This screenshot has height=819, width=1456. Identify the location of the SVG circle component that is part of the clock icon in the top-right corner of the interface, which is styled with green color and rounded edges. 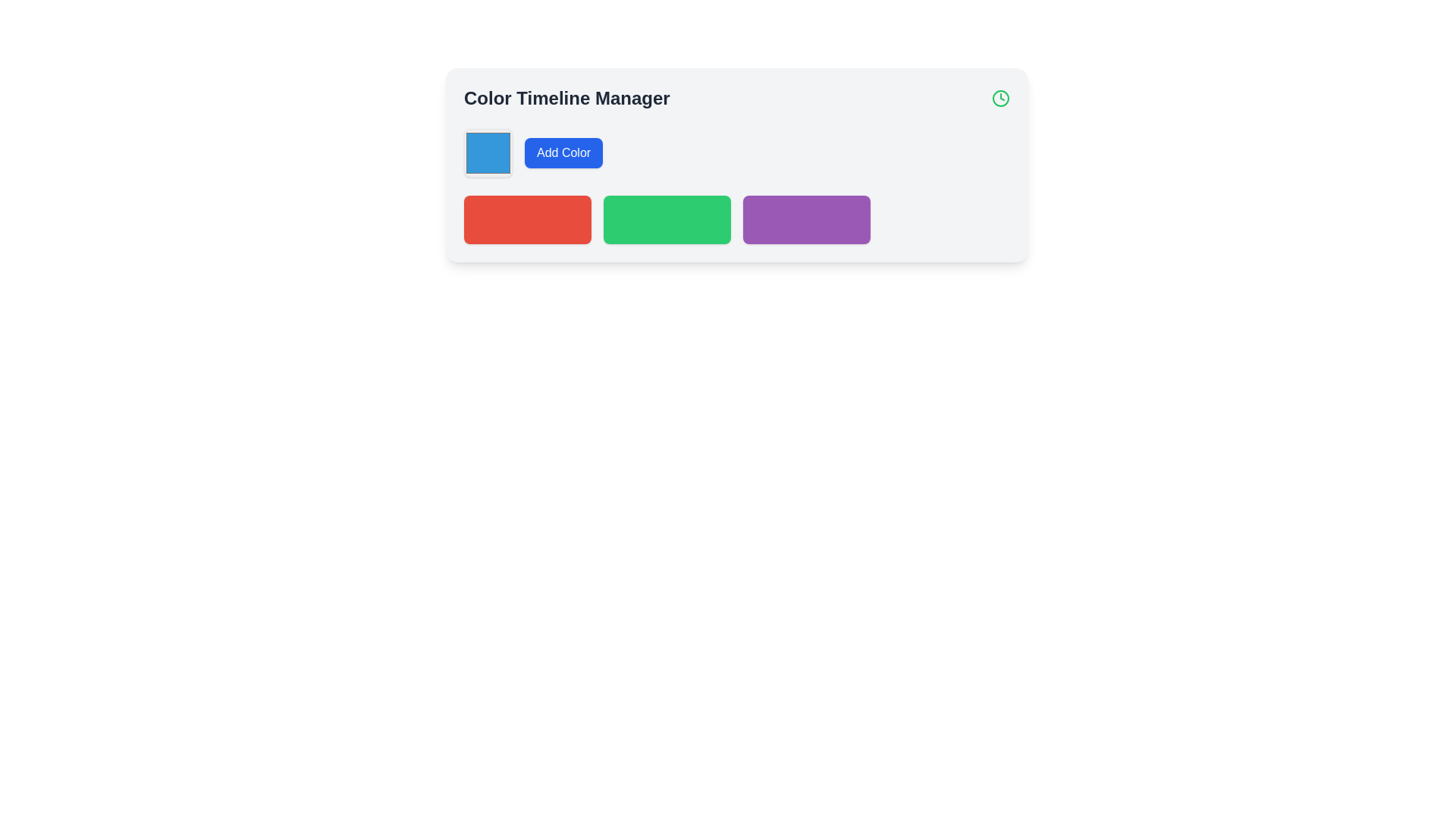
(1001, 99).